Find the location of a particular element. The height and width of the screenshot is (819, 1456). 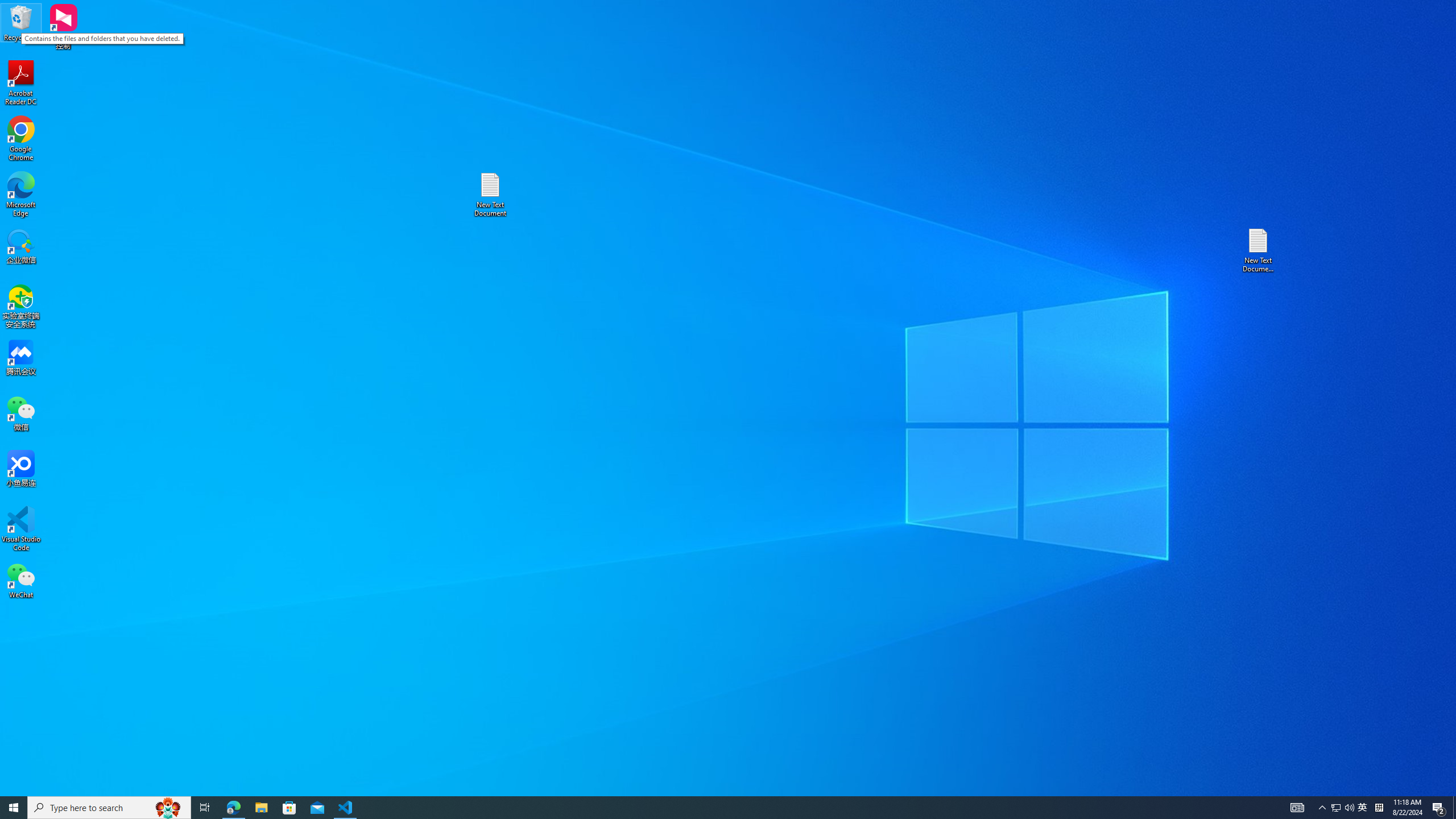

'Visual Studio Code' is located at coordinates (20, 528).